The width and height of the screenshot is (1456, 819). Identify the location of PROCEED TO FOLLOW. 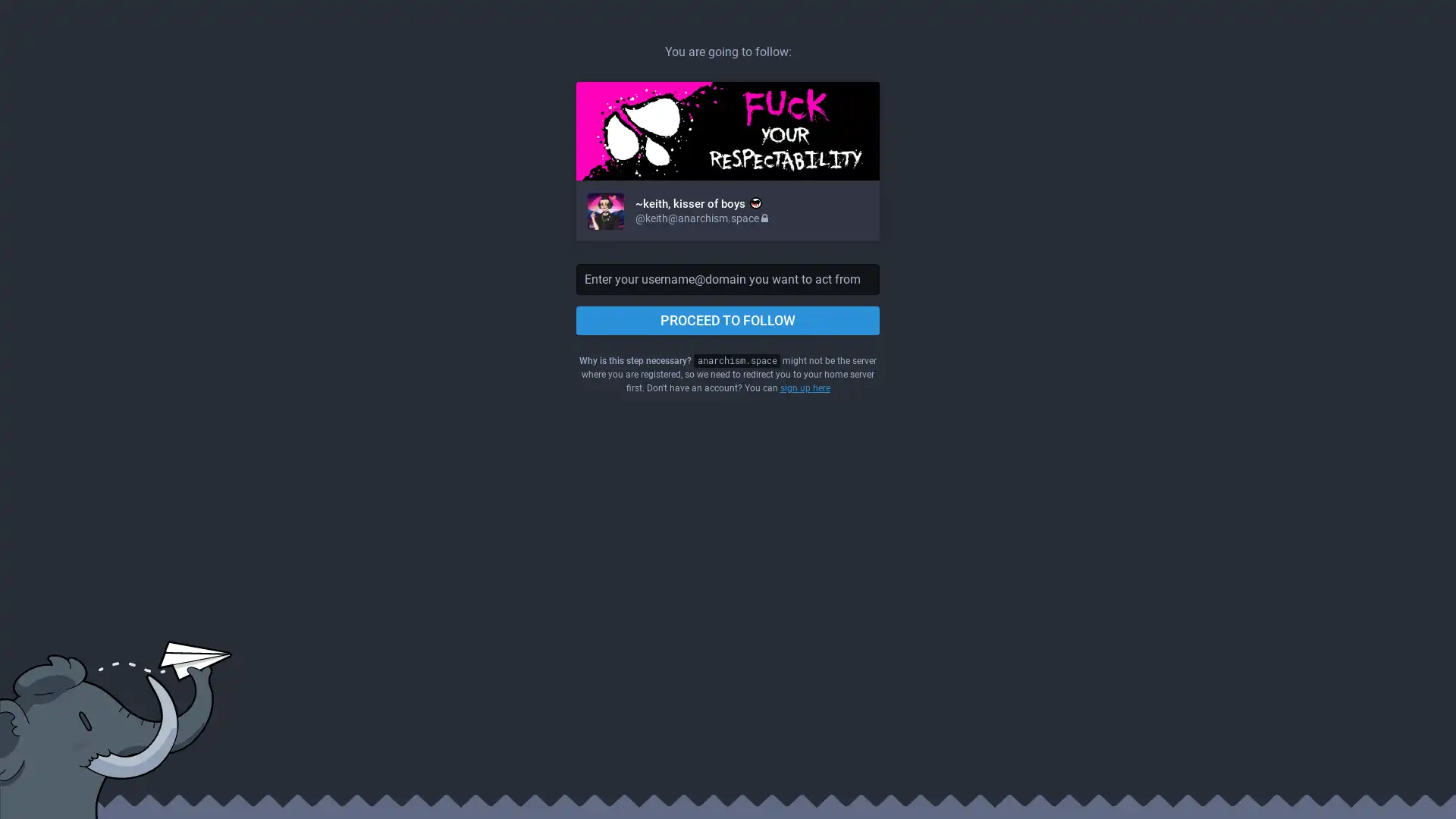
(728, 320).